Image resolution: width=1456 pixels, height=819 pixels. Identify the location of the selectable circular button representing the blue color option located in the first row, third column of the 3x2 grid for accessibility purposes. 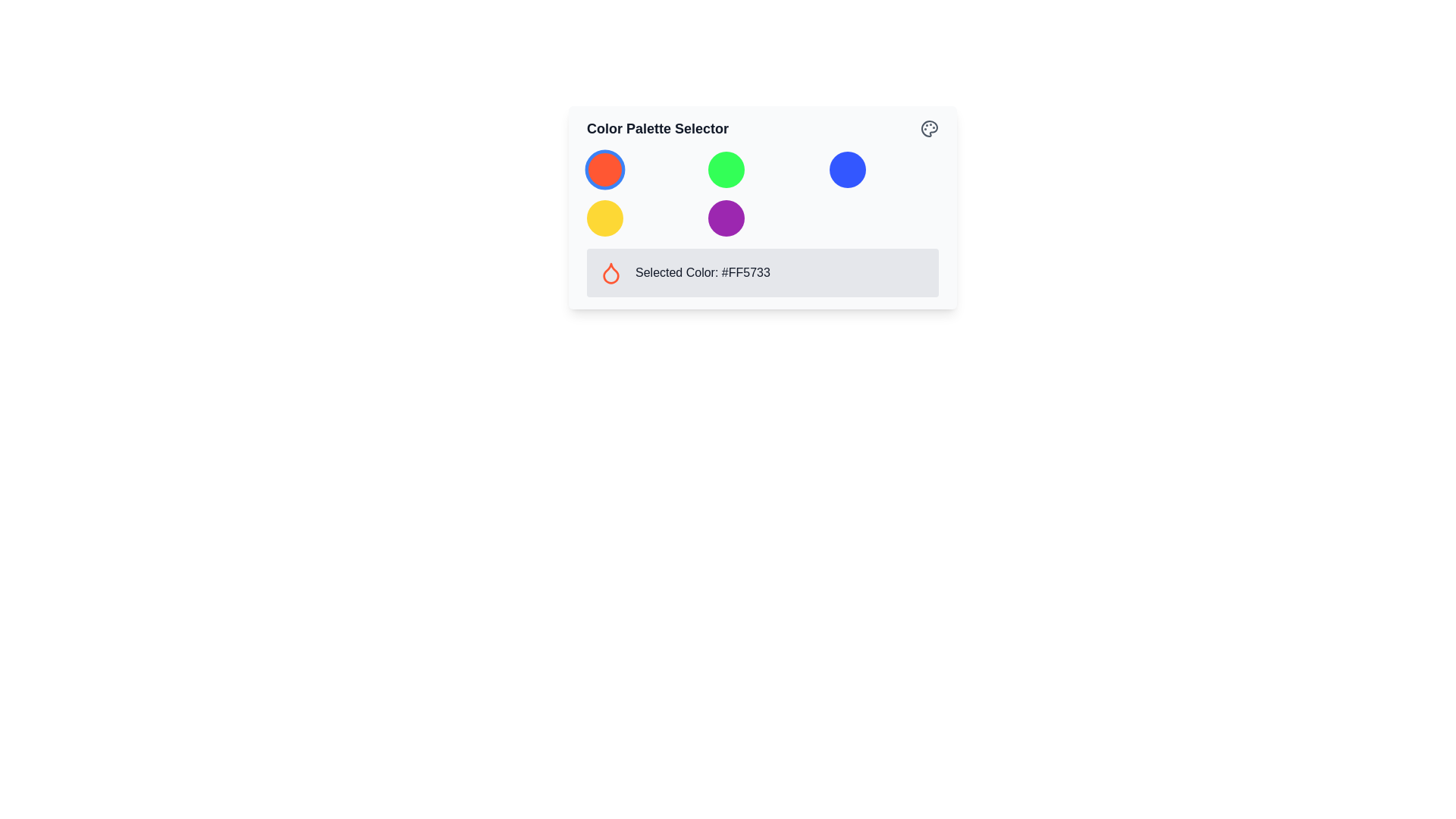
(847, 169).